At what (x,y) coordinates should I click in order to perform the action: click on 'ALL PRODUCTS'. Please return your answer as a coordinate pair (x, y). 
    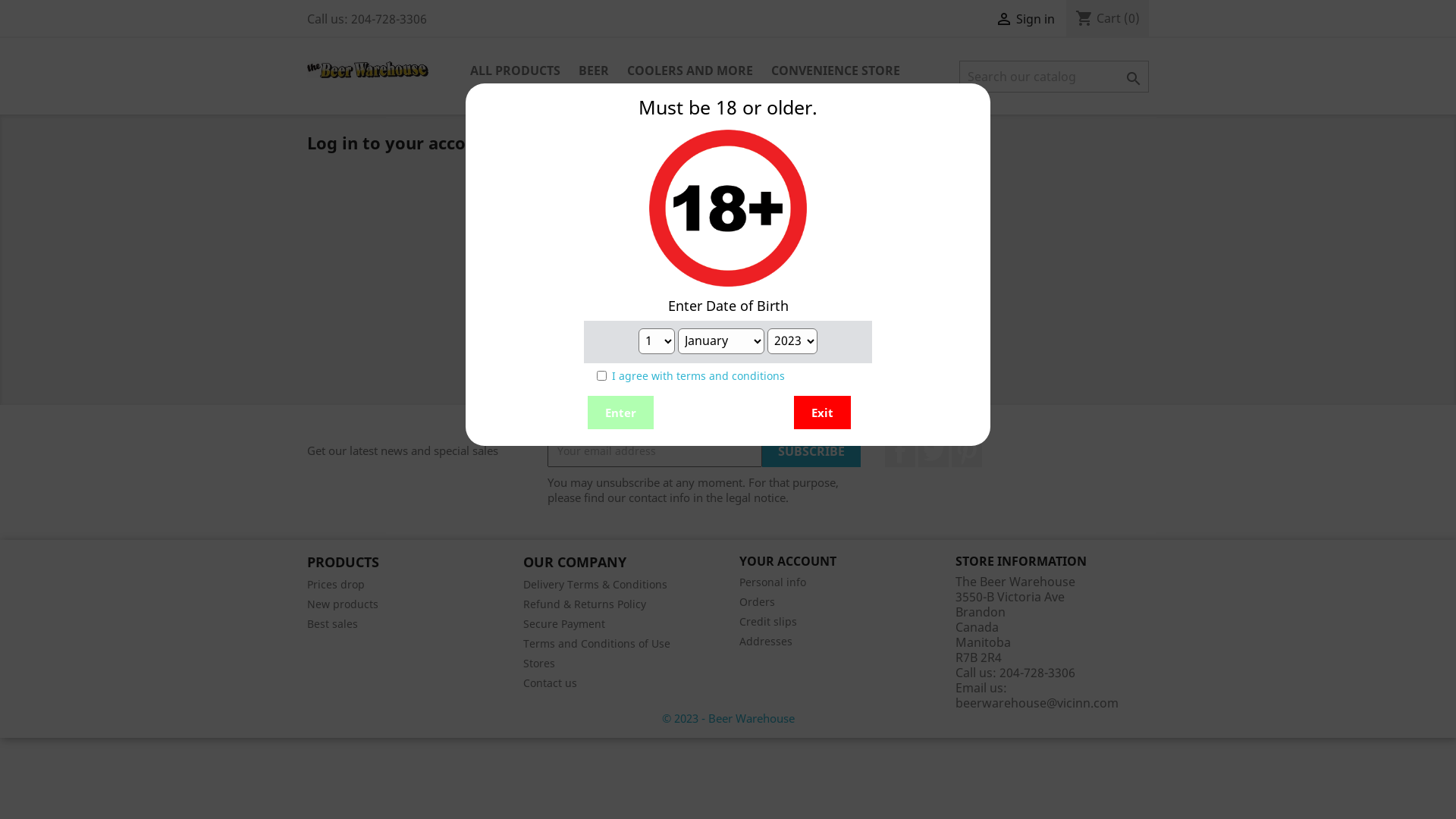
    Looking at the image, I should click on (461, 71).